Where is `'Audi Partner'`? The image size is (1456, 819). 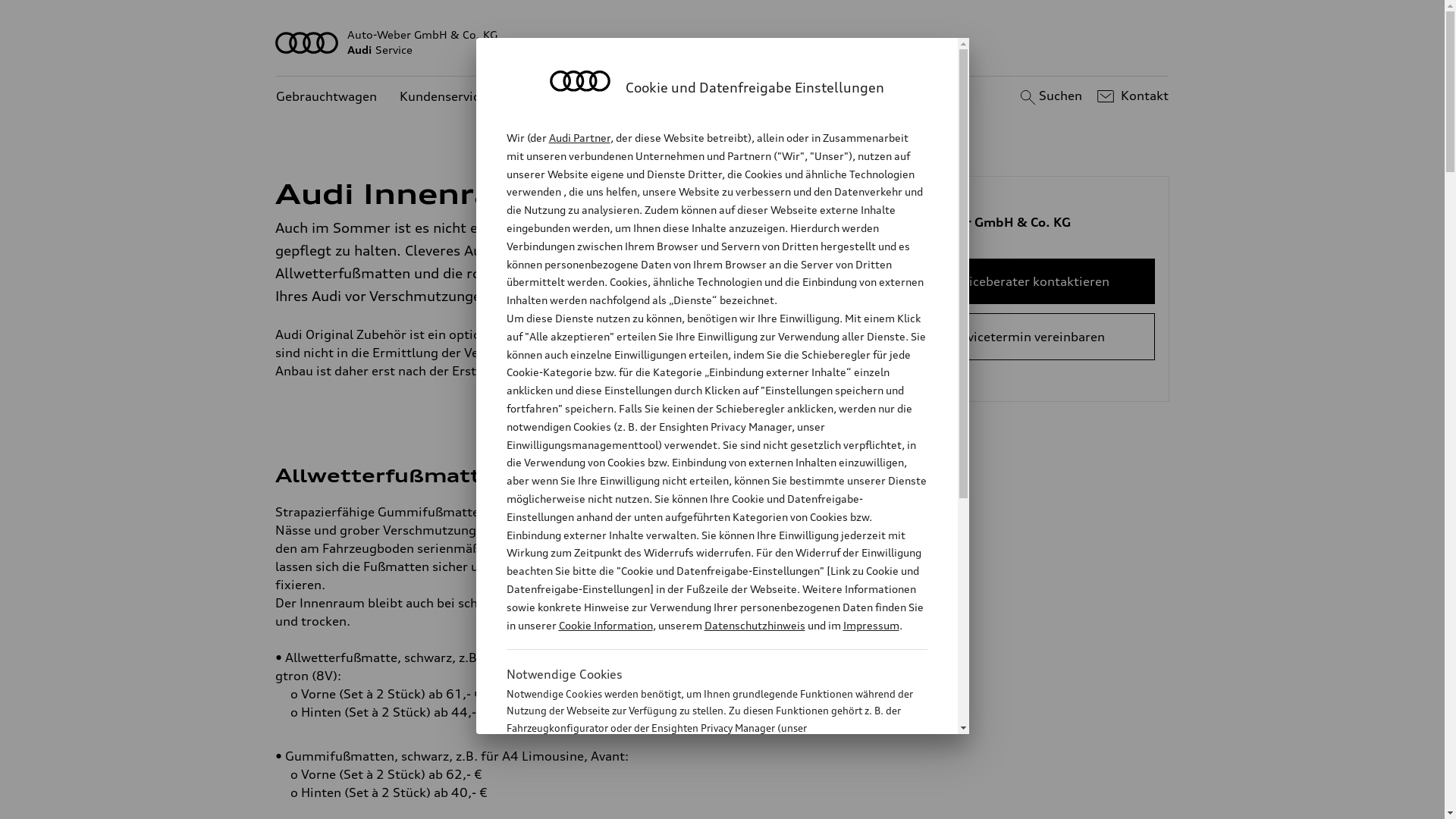
'Audi Partner' is located at coordinates (579, 137).